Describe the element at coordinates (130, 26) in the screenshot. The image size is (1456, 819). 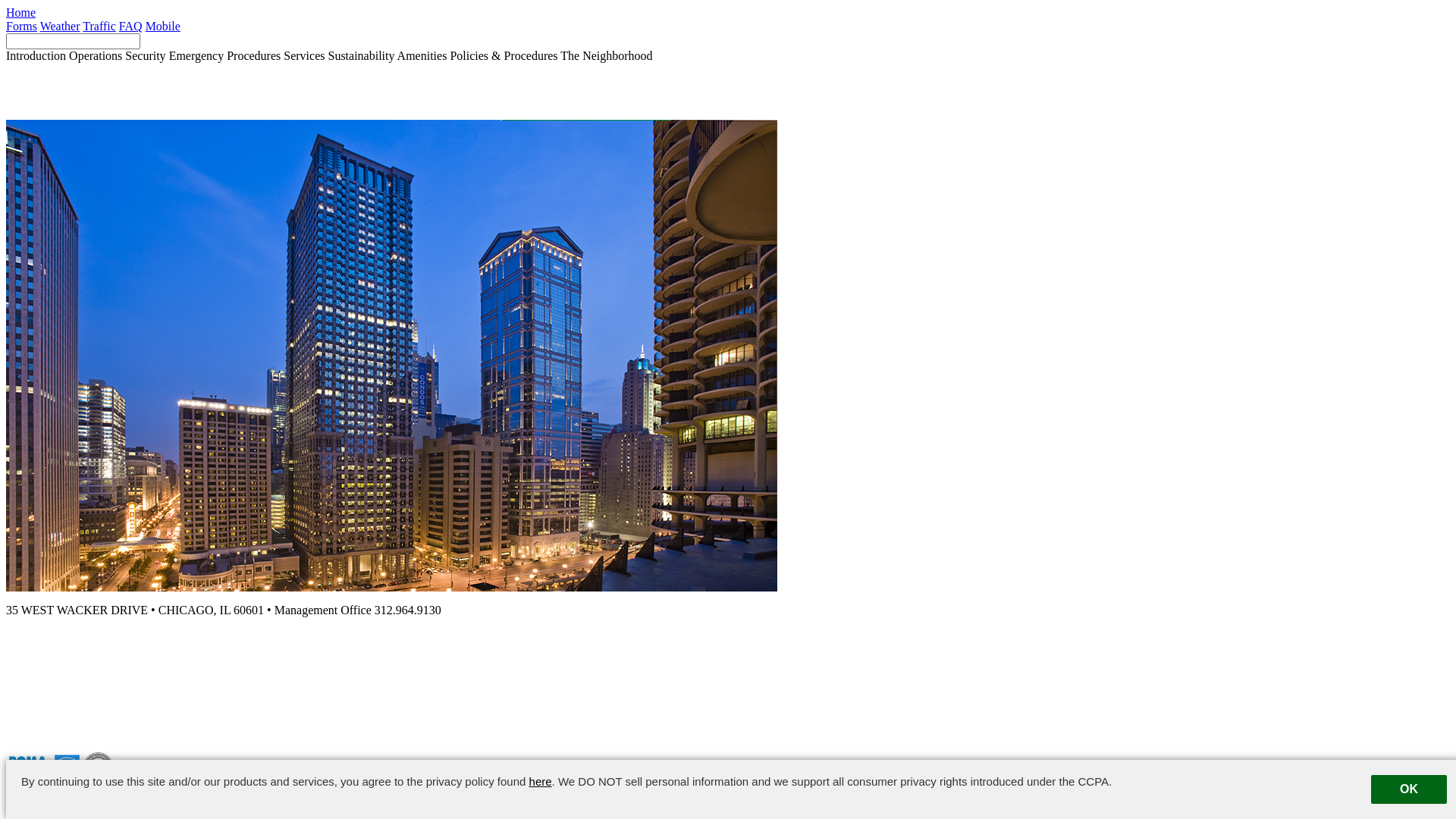
I see `'FAQ'` at that location.